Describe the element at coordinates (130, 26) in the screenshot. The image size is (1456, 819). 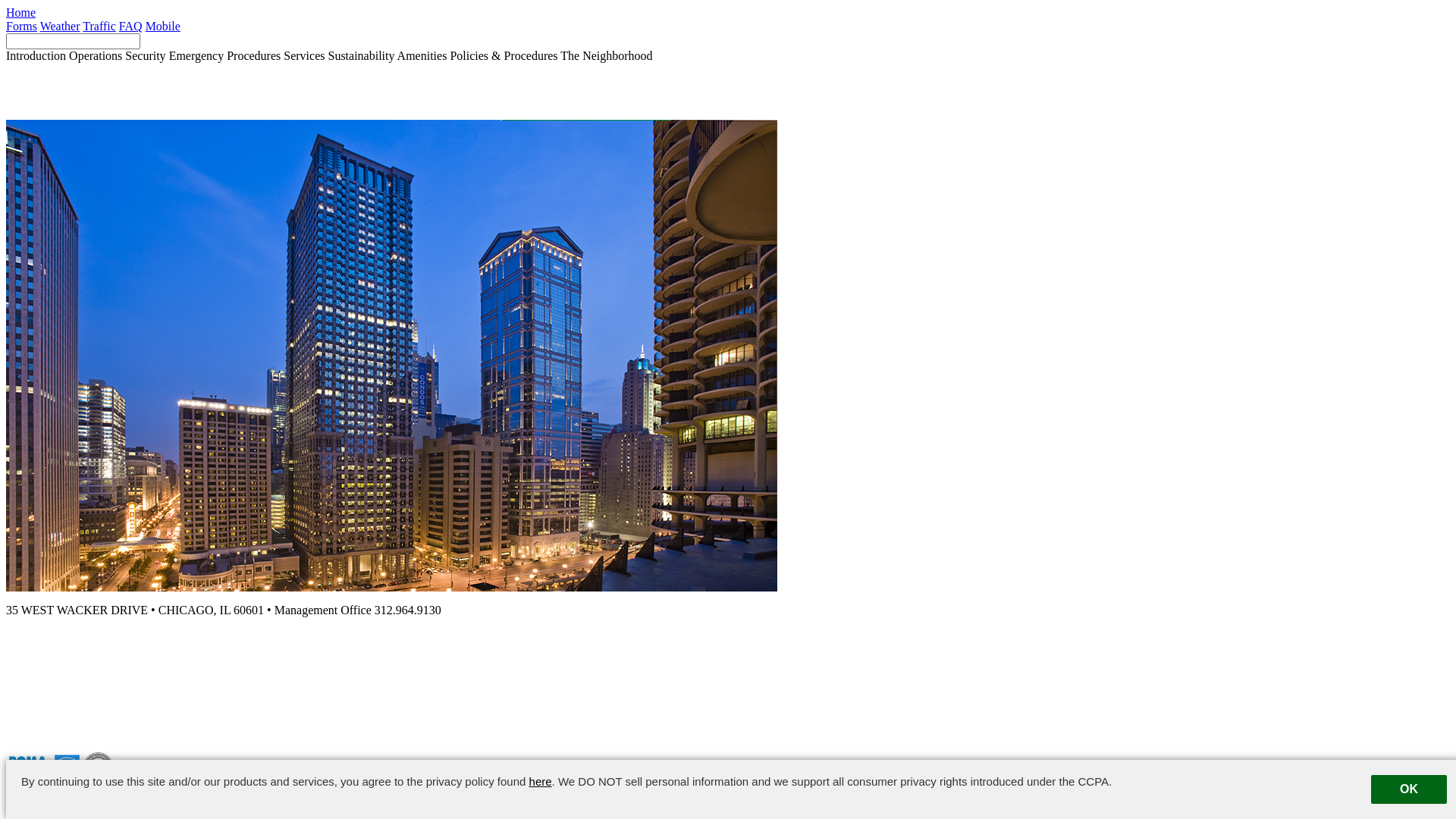
I see `'FAQ'` at that location.